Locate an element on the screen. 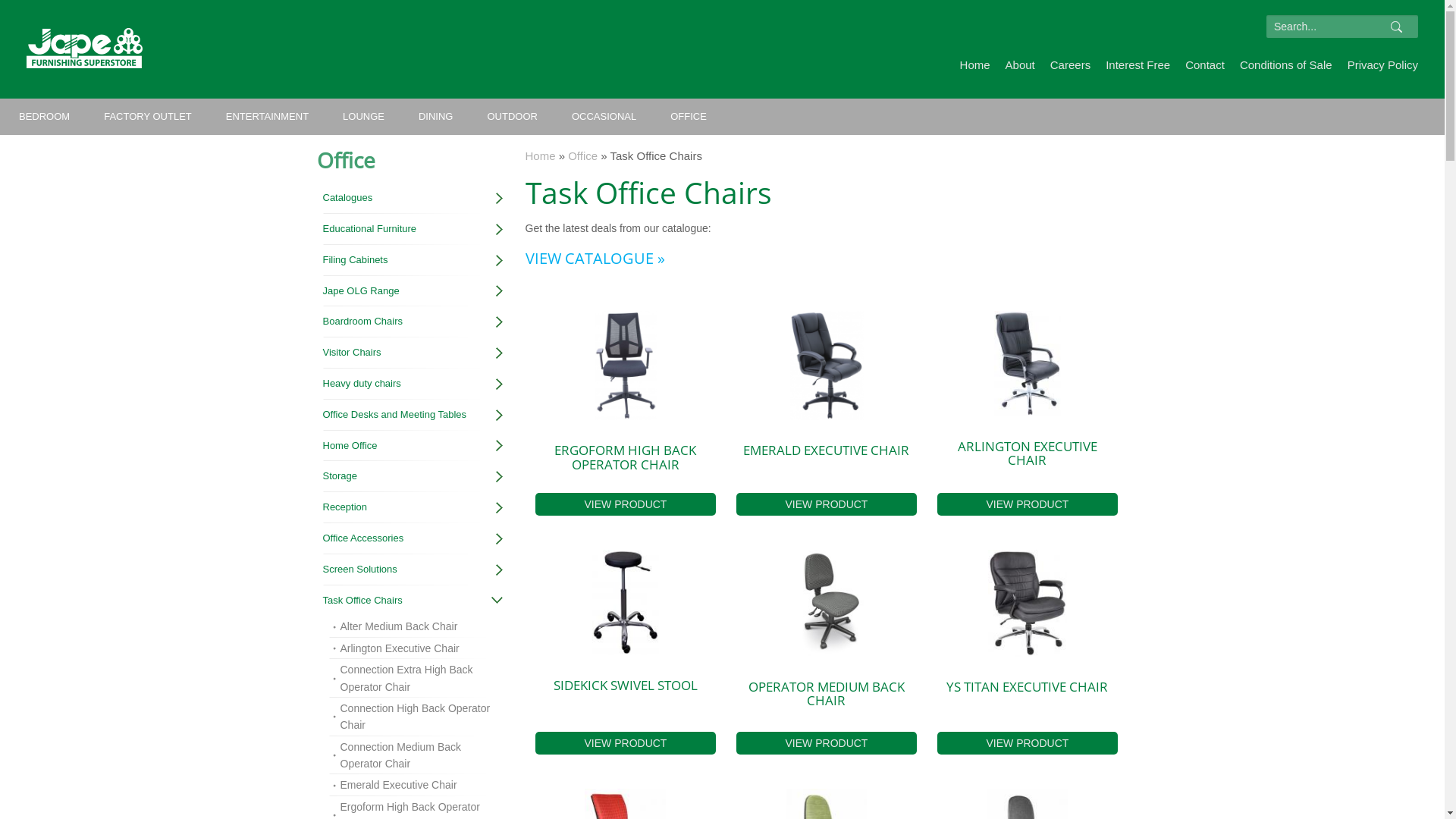 This screenshot has width=1456, height=819. 'Heavy duty chairs' is located at coordinates (413, 383).